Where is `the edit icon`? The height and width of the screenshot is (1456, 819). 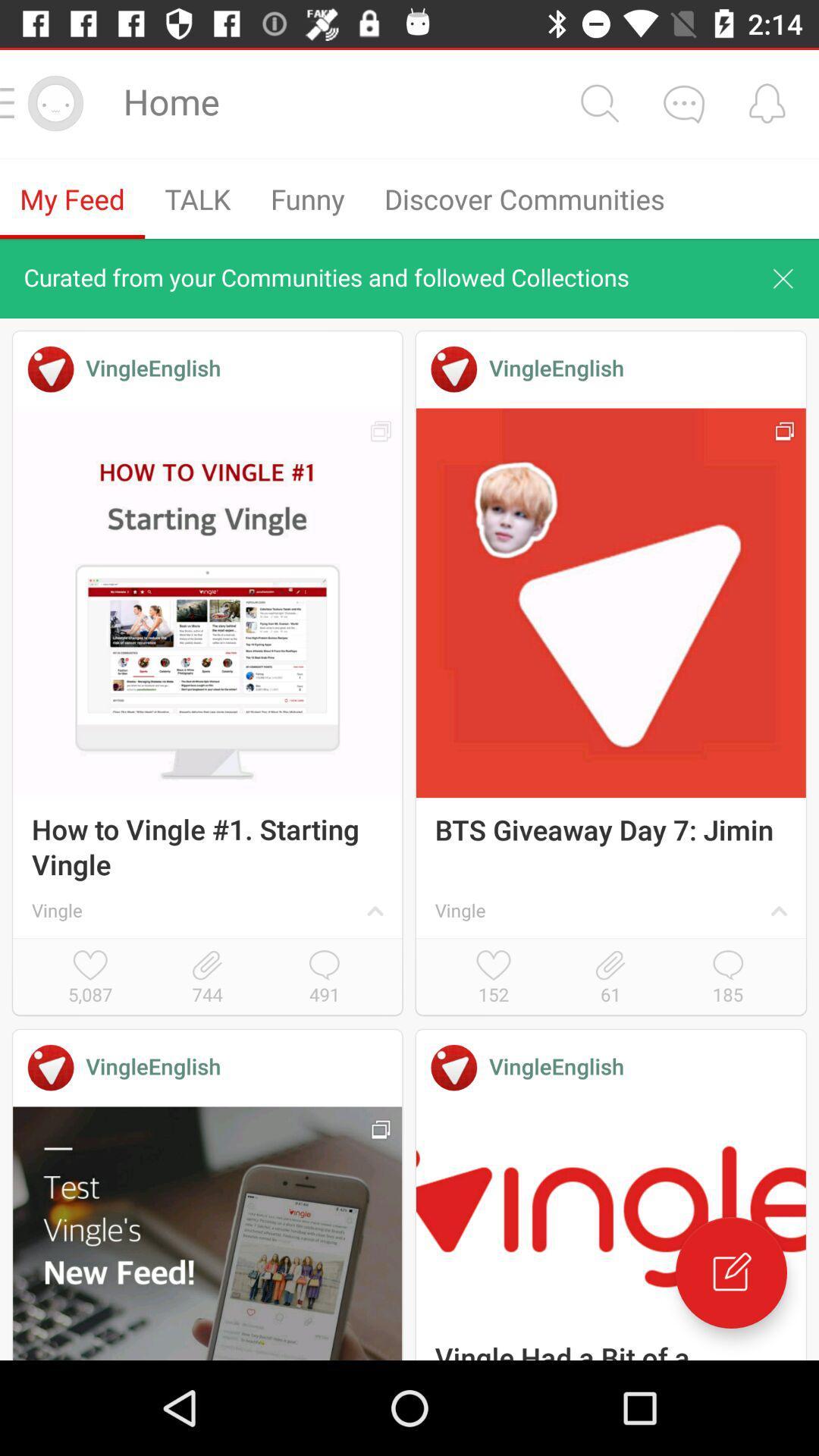 the edit icon is located at coordinates (730, 1272).